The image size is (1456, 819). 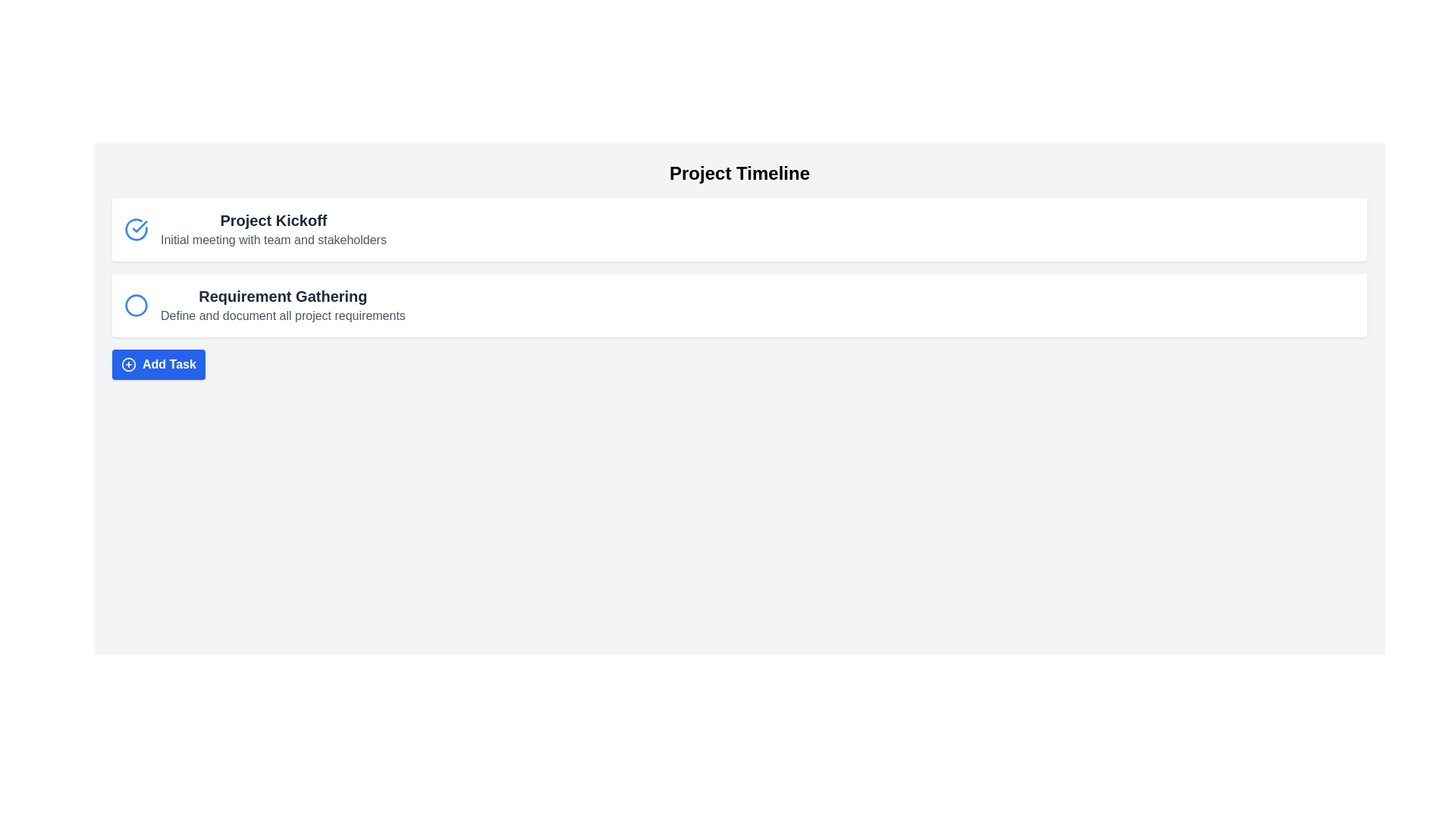 I want to click on the circular icon with a plus sign located within the 'Add Task' button, positioned to the left of the button's text, so click(x=128, y=365).